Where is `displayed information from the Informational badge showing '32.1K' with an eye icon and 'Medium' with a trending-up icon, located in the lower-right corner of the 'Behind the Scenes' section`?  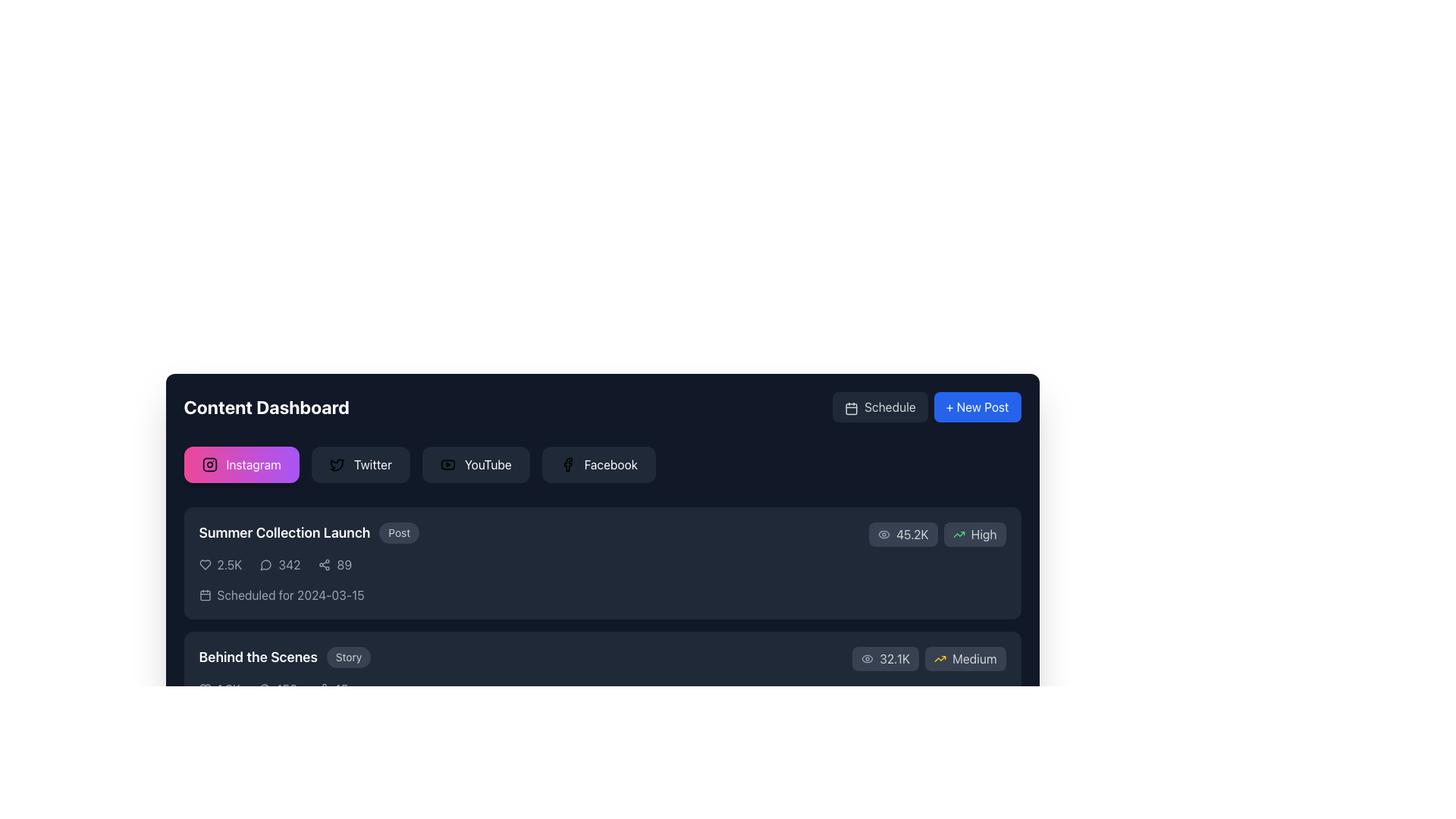 displayed information from the Informational badge showing '32.1K' with an eye icon and 'Medium' with a trending-up icon, located in the lower-right corner of the 'Behind the Scenes' section is located at coordinates (928, 657).